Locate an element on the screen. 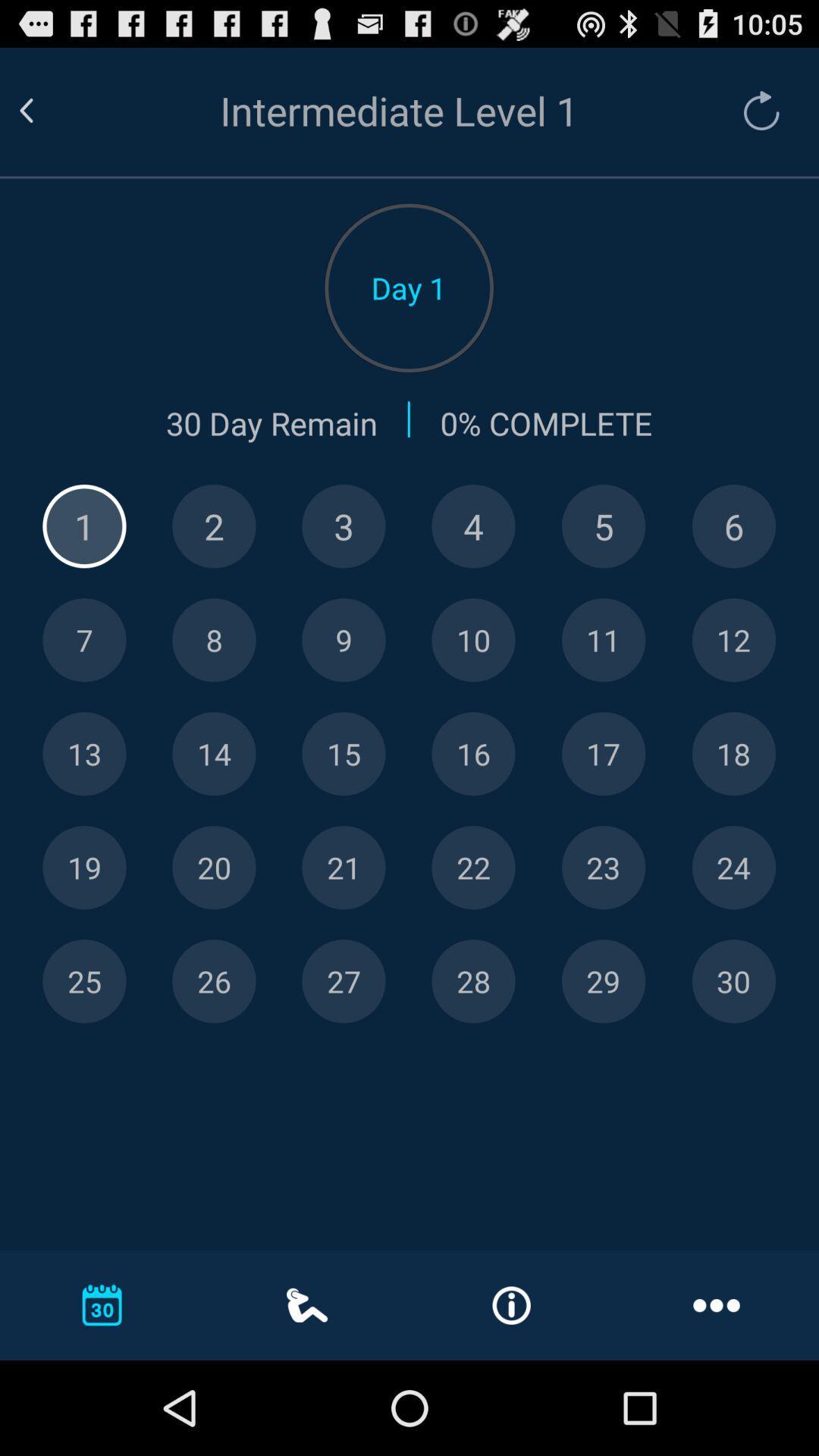  26 days remaining is located at coordinates (214, 981).